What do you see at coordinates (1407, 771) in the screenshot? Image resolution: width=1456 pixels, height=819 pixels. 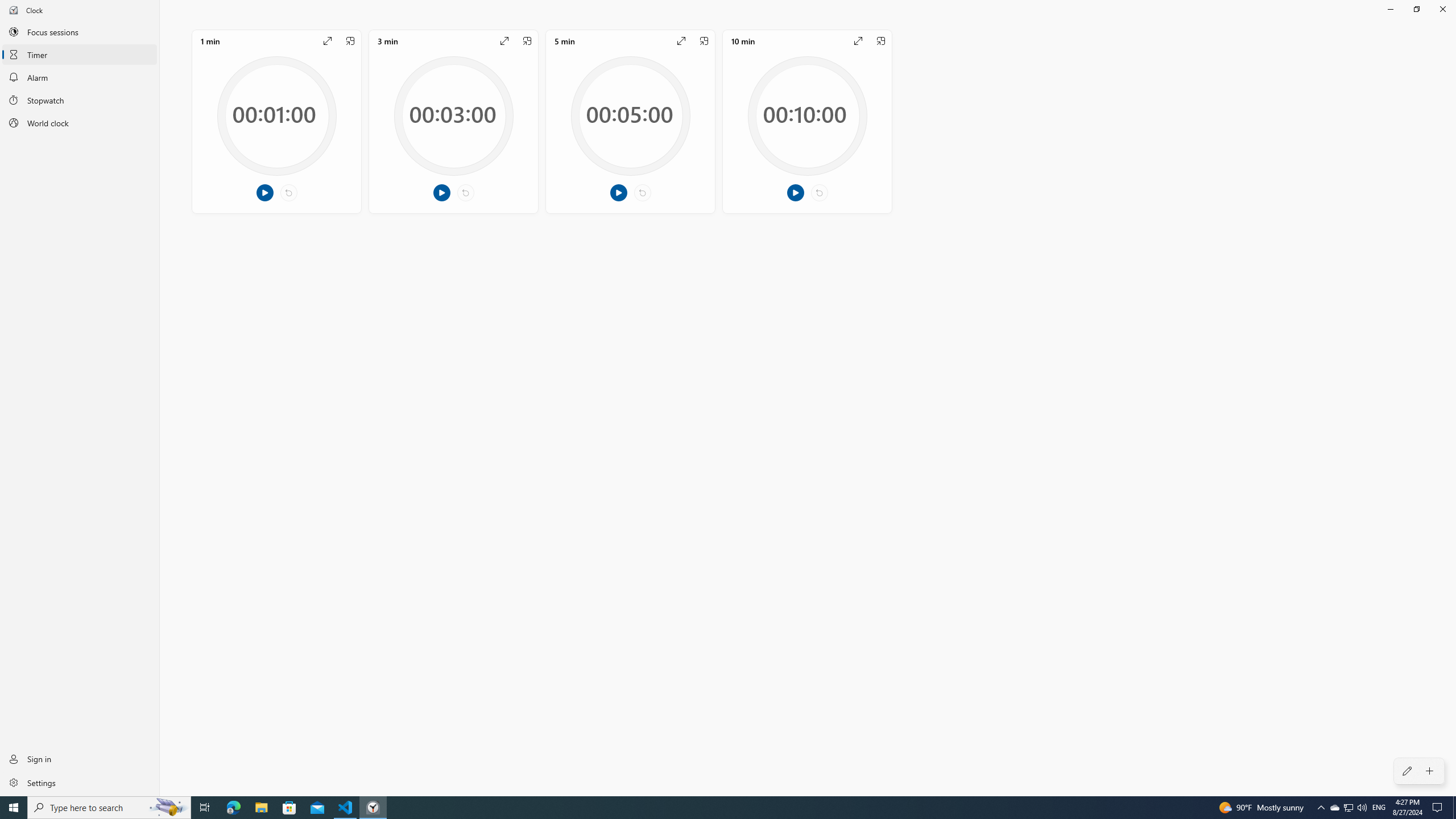 I see `'Edit timer'` at bounding box center [1407, 771].